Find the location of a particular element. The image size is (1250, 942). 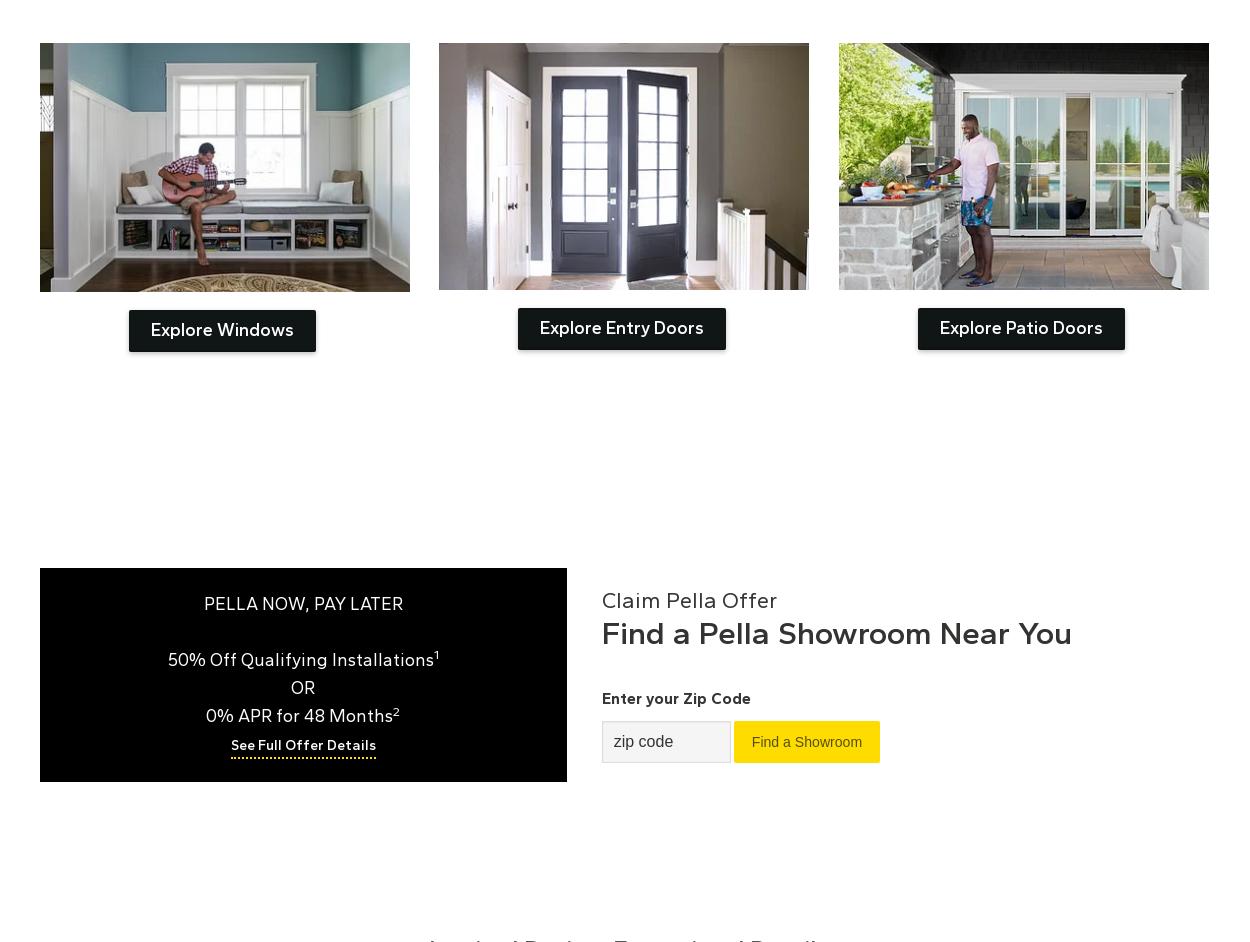

'OR' is located at coordinates (303, 687).